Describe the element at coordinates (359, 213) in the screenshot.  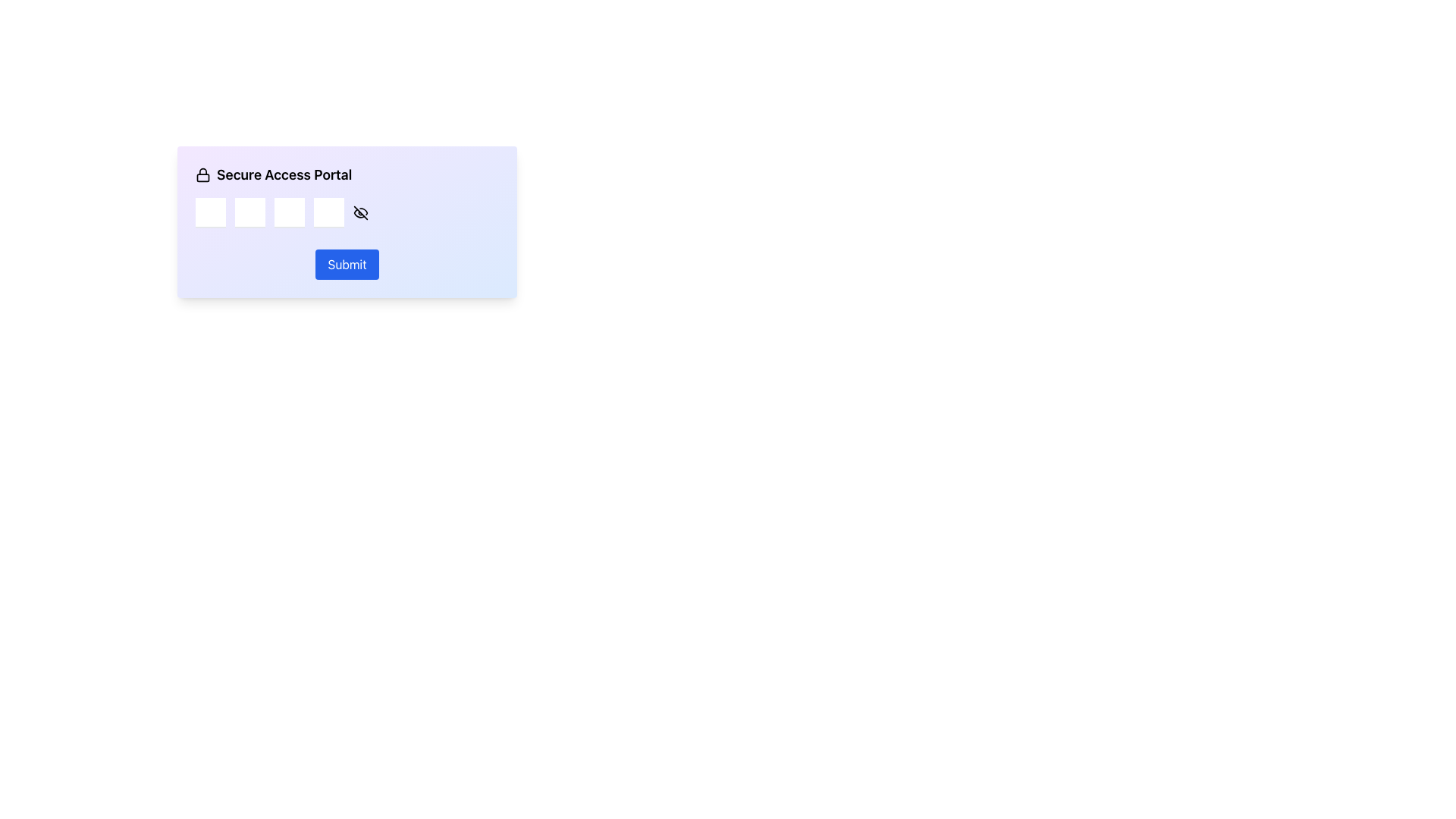
I see `the crossed-out eye icon, which indicates visibility toggle, located to the right of four square input fields in the 'Secure Access Portal' form` at that location.